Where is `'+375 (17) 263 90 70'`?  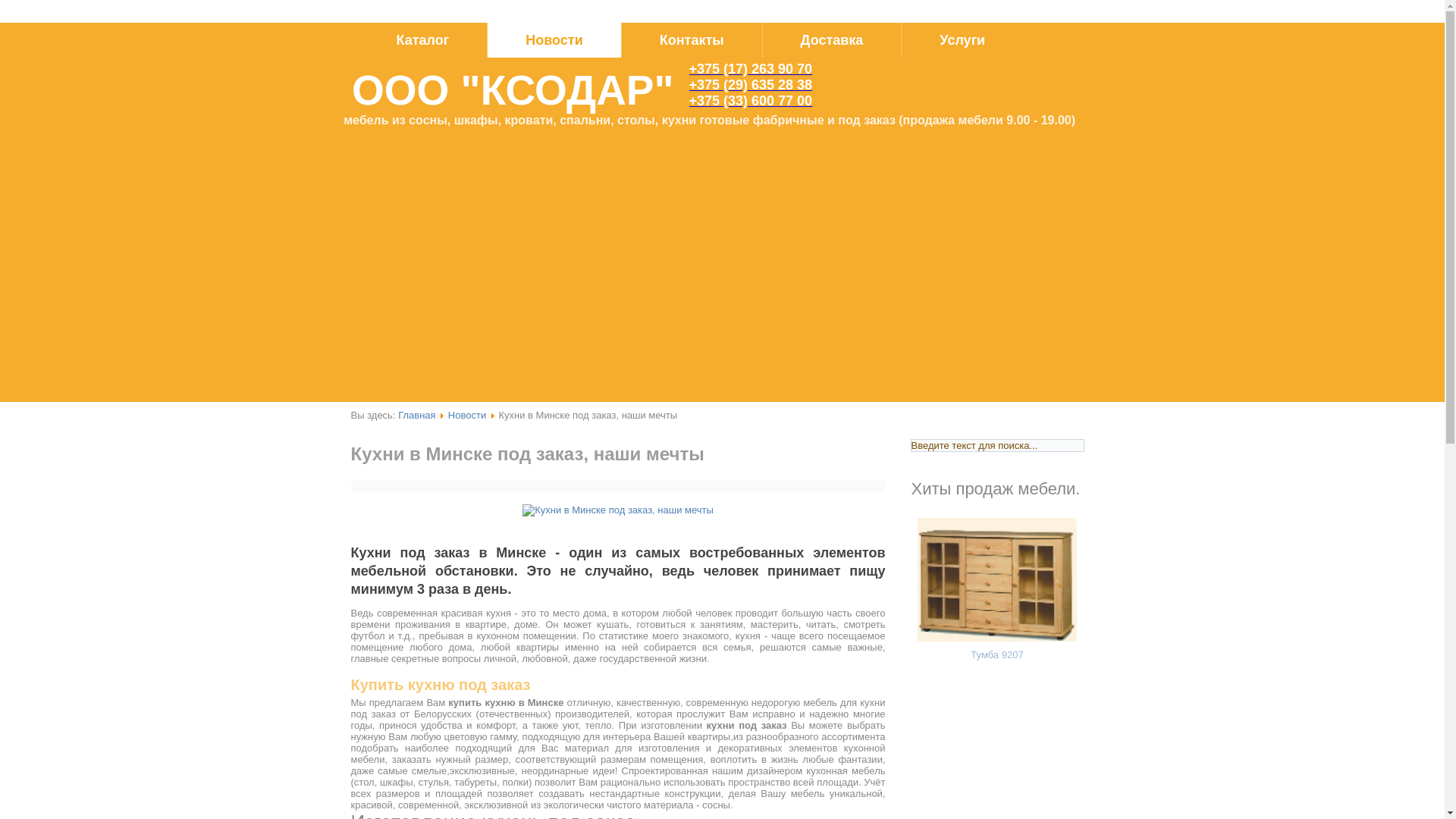 '+375 (17) 263 90 70' is located at coordinates (750, 69).